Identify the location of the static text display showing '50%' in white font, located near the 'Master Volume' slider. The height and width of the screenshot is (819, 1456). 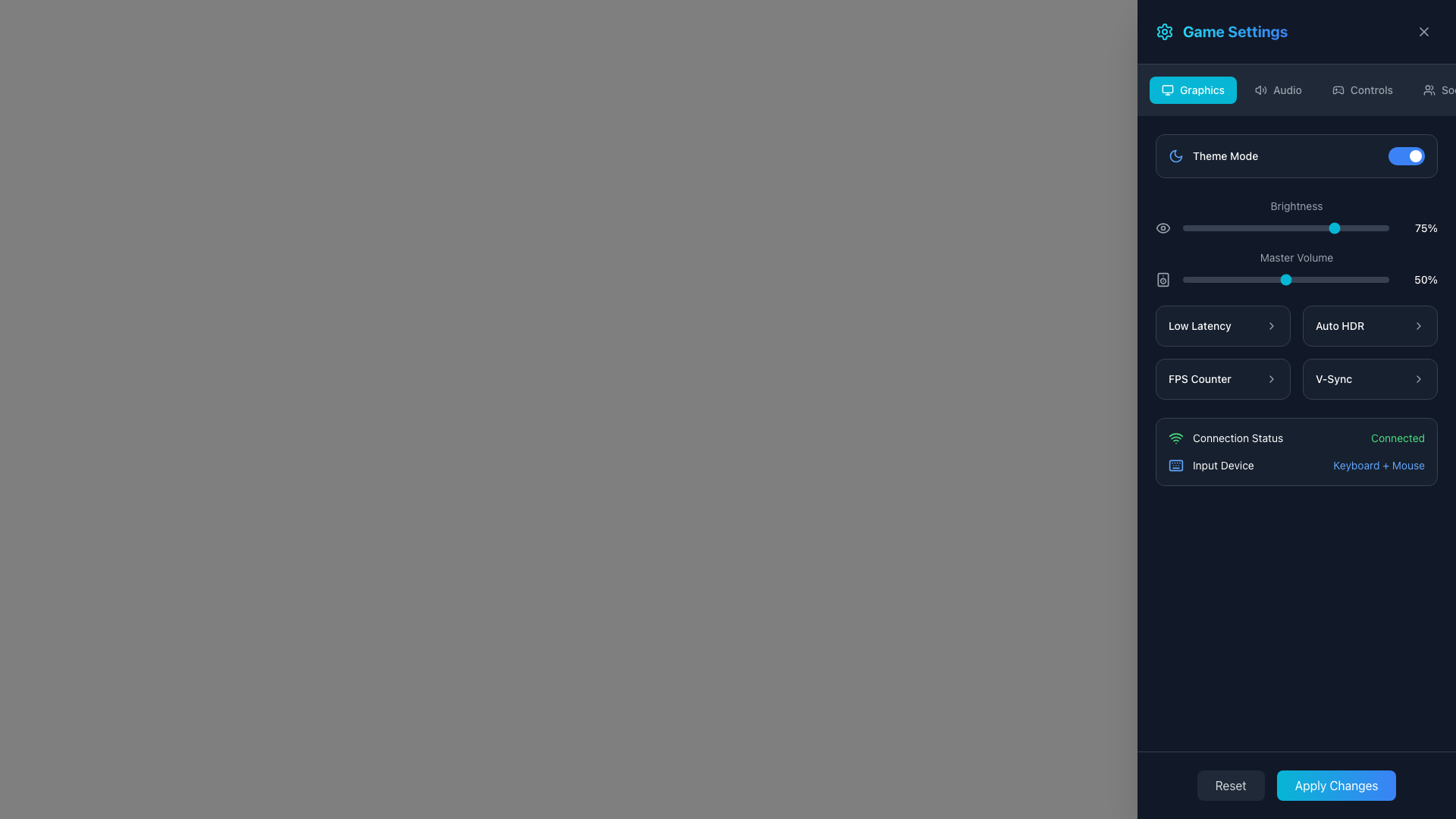
(1419, 280).